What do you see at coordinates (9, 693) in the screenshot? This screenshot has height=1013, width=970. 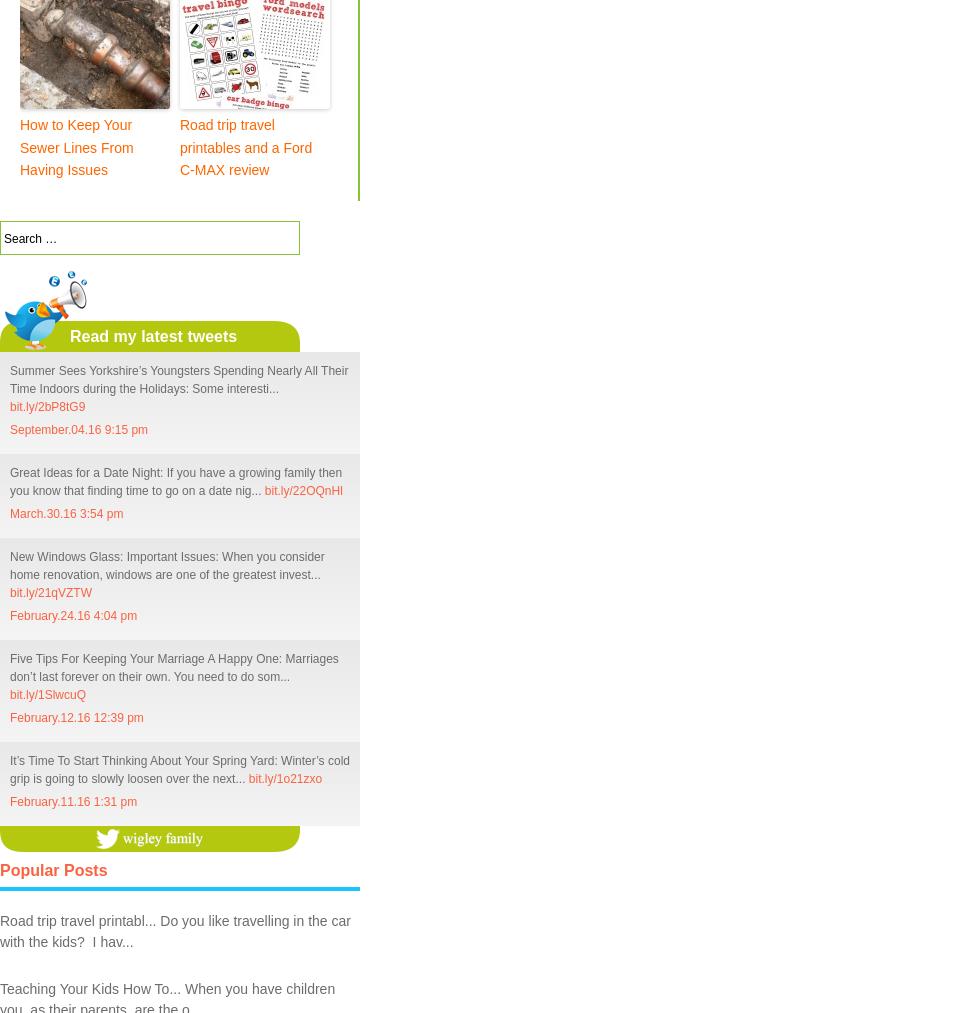 I see `'bit.ly/1SlwcuQ'` at bounding box center [9, 693].